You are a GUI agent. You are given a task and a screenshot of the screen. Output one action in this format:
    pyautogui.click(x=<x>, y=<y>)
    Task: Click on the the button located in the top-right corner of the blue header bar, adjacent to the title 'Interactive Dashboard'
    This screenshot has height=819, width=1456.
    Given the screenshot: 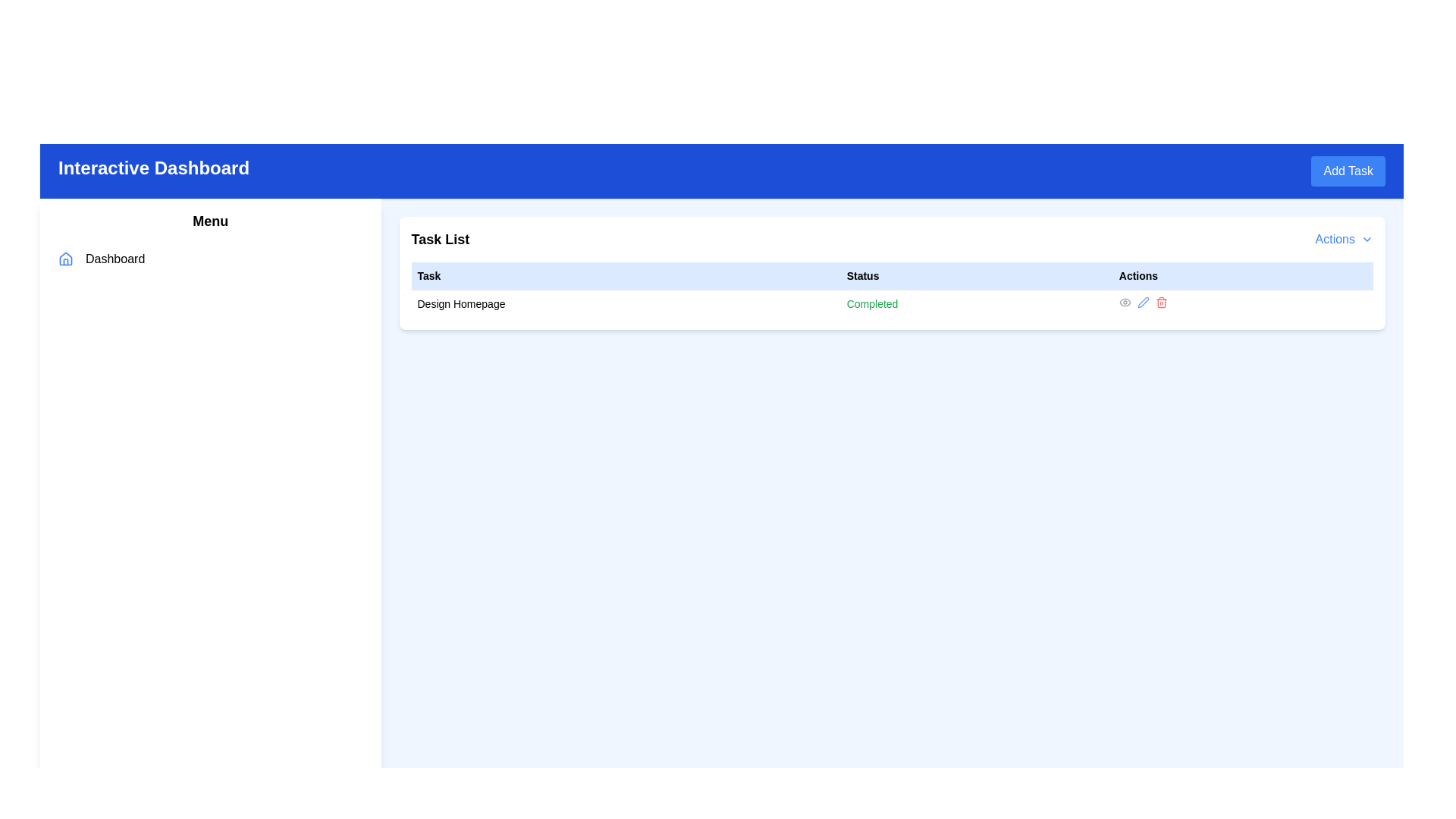 What is the action you would take?
    pyautogui.click(x=1348, y=171)
    